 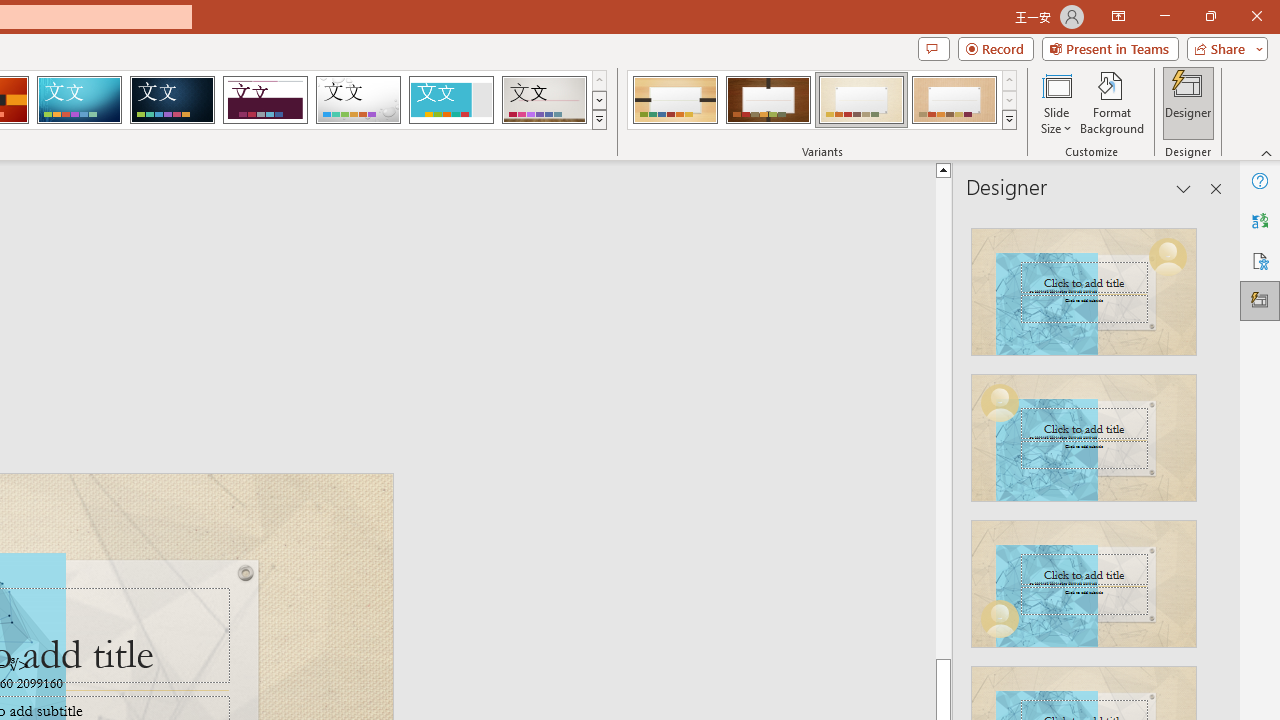 What do you see at coordinates (1009, 120) in the screenshot?
I see `'Variants'` at bounding box center [1009, 120].